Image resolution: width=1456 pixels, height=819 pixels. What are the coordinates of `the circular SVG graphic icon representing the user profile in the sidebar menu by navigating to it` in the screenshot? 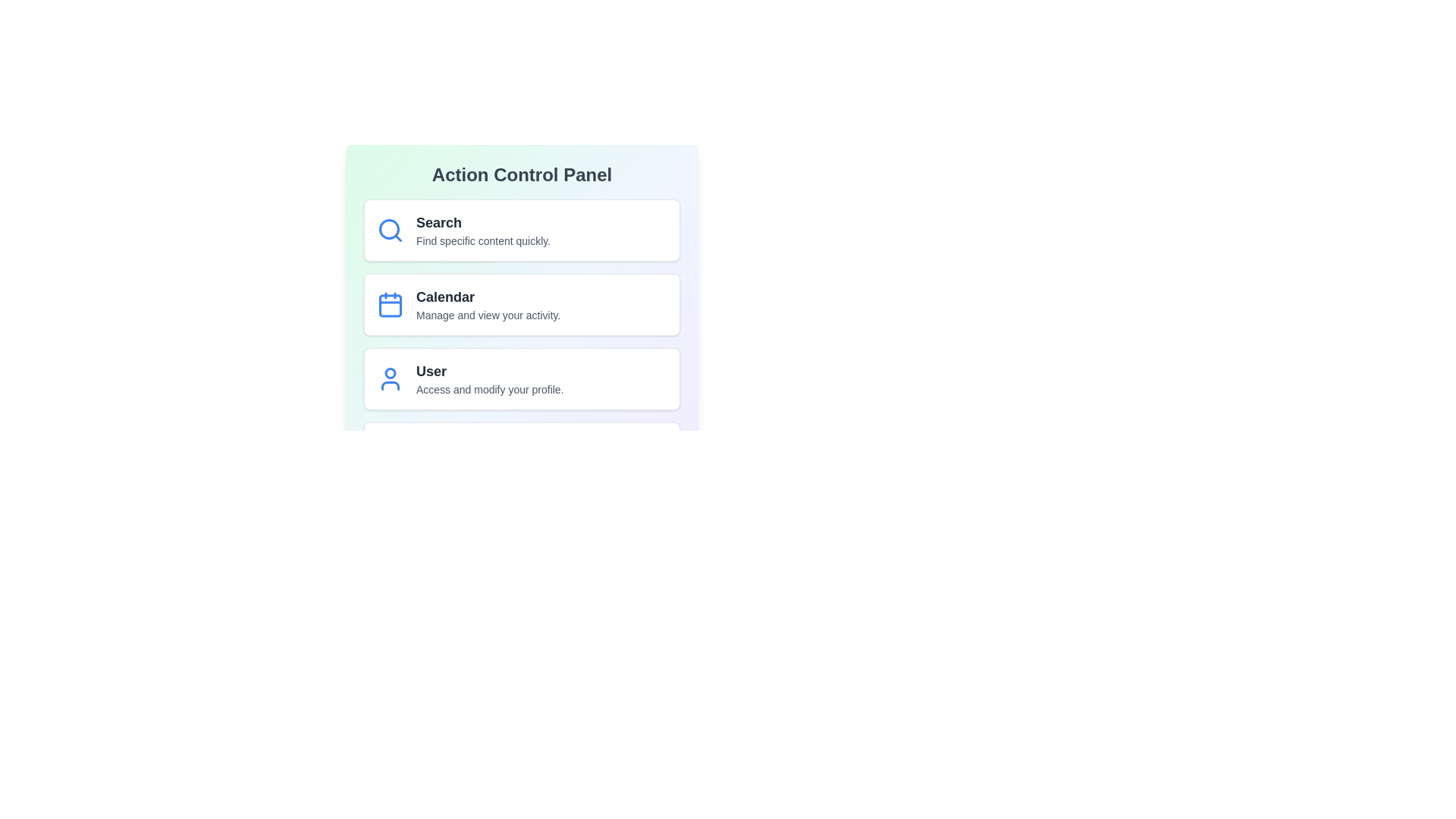 It's located at (390, 373).